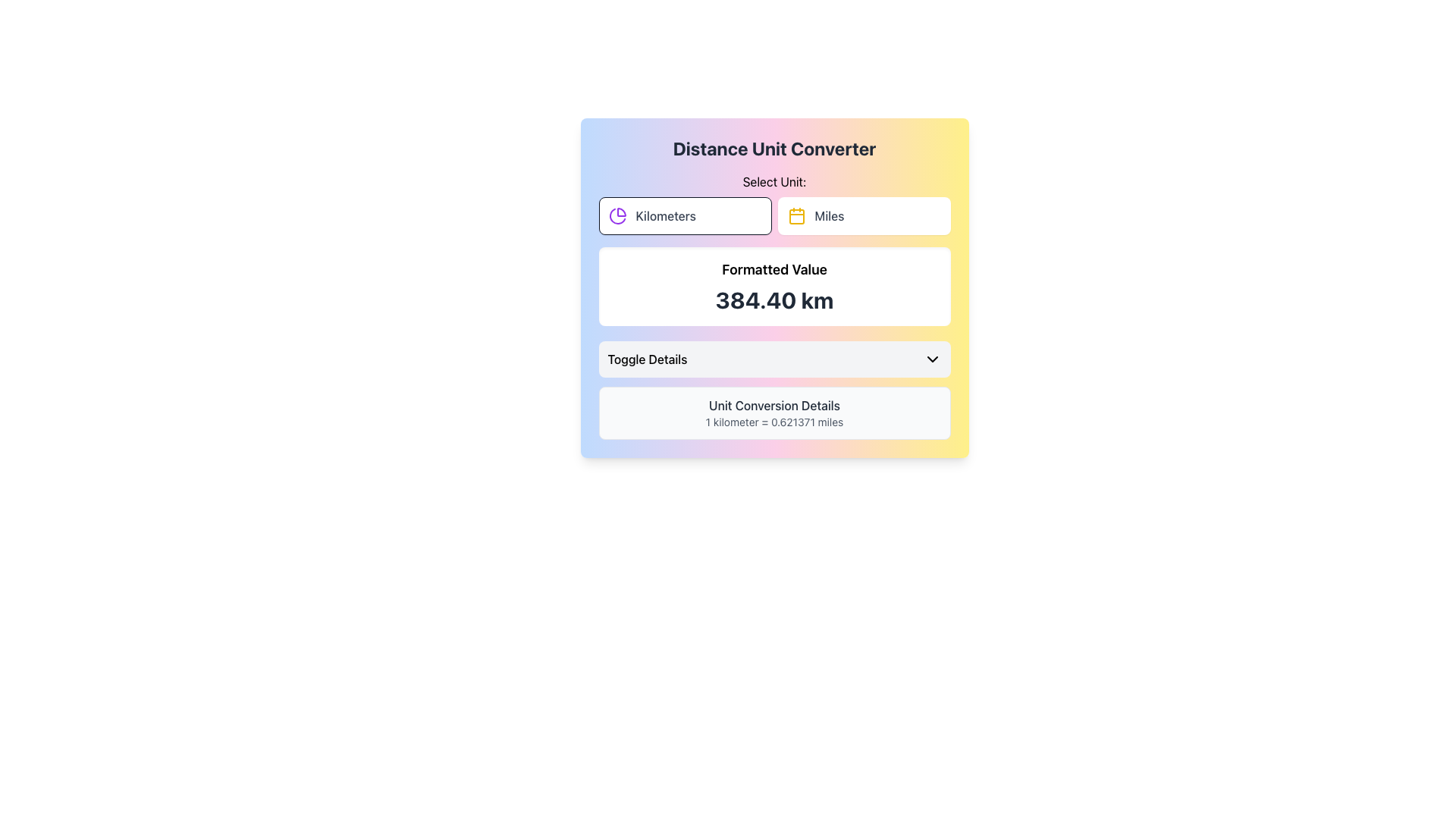 This screenshot has height=819, width=1456. What do you see at coordinates (684, 216) in the screenshot?
I see `the left button labeled 'Kilometers' in the 'Select Unit' section` at bounding box center [684, 216].